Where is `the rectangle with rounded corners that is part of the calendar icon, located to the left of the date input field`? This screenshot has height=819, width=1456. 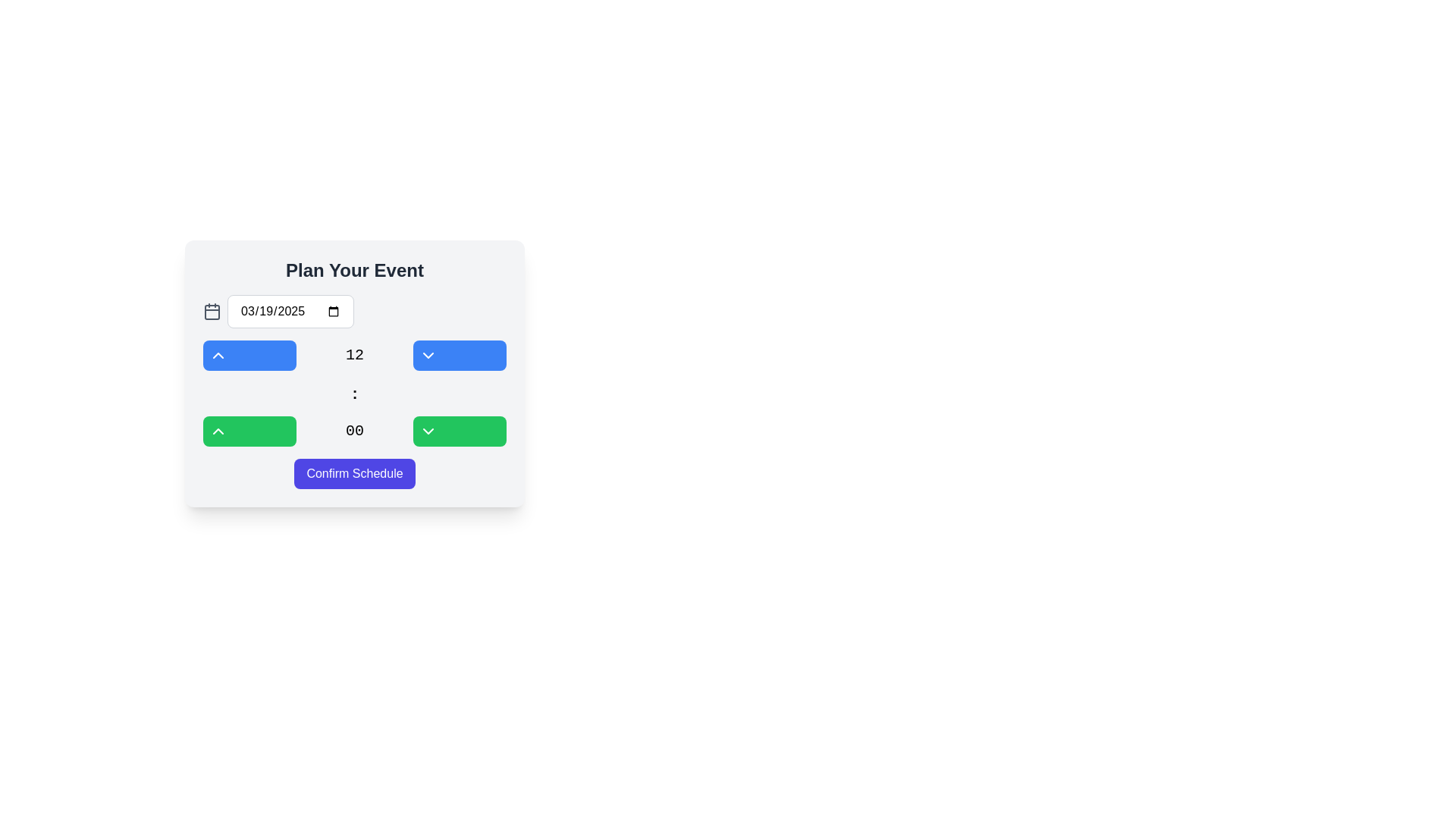 the rectangle with rounded corners that is part of the calendar icon, located to the left of the date input field is located at coordinates (211, 312).